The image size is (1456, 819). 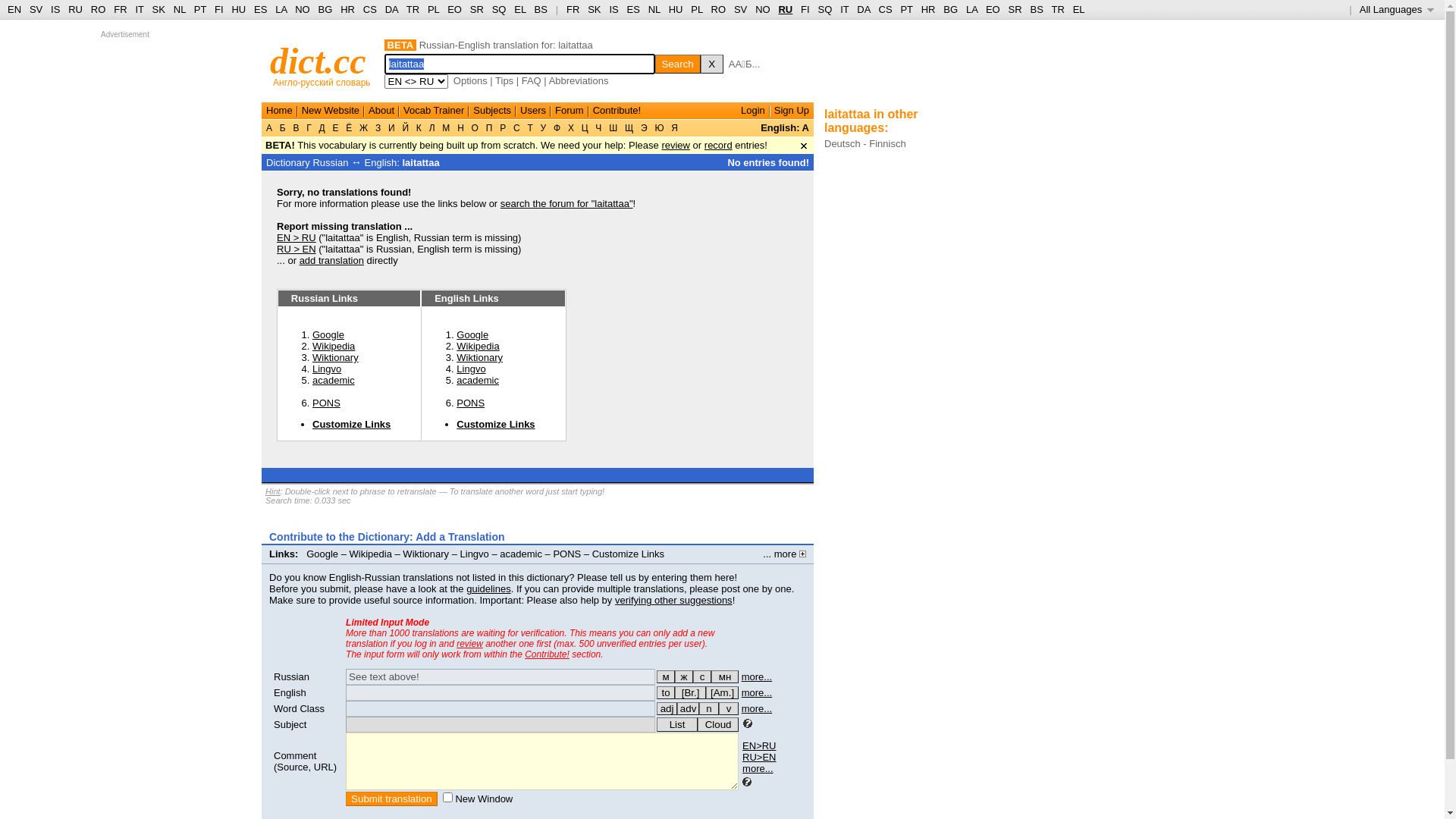 I want to click on 'EN', so click(x=14, y=9).